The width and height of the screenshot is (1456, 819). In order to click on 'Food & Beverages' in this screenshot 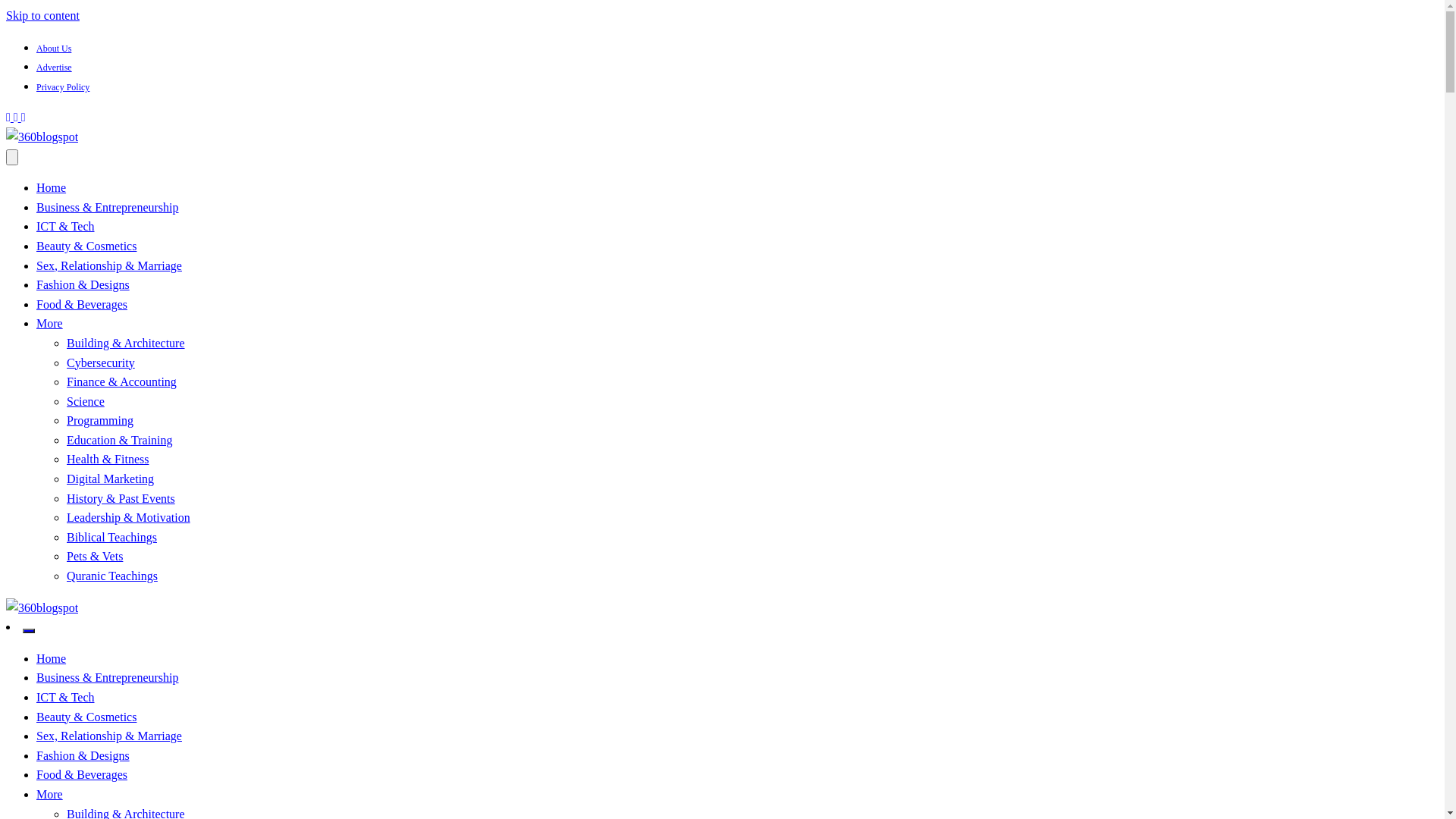, I will do `click(36, 774)`.